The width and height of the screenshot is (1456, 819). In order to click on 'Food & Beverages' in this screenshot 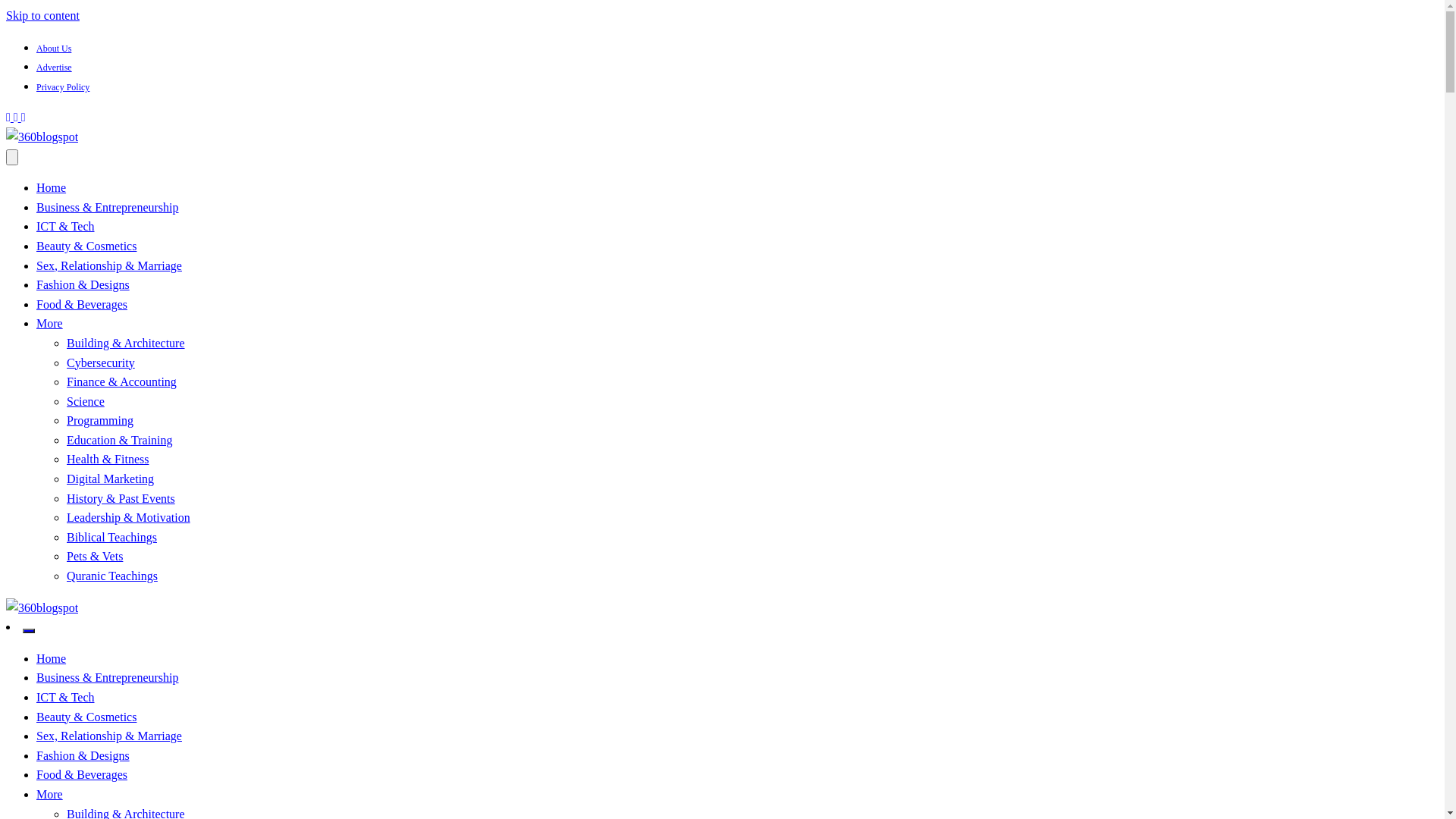, I will do `click(36, 774)`.